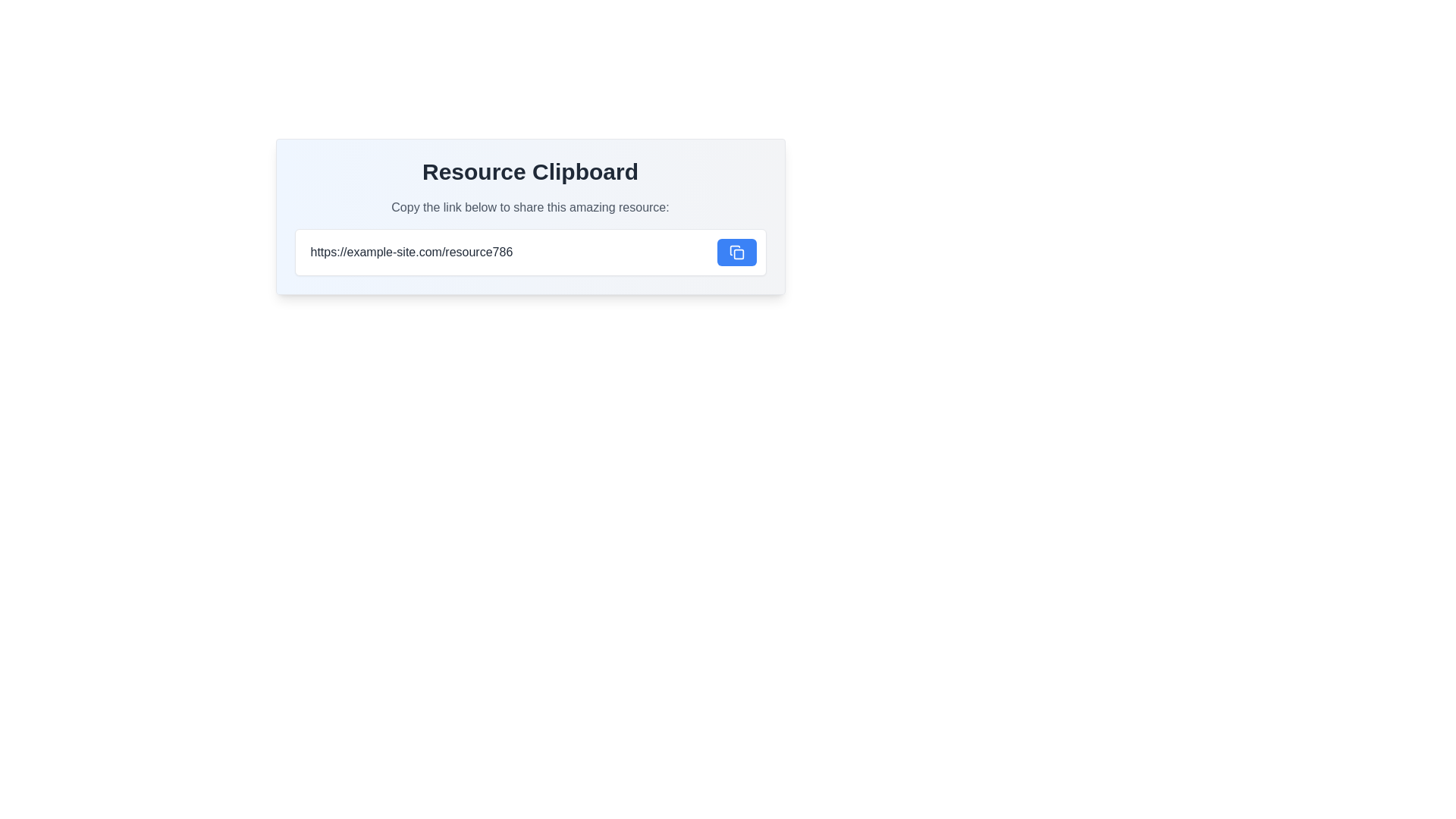  What do you see at coordinates (736, 251) in the screenshot?
I see `the copy action icon, which is styled as two overlapping squares within a blue button, located just to the right of the URL input field` at bounding box center [736, 251].